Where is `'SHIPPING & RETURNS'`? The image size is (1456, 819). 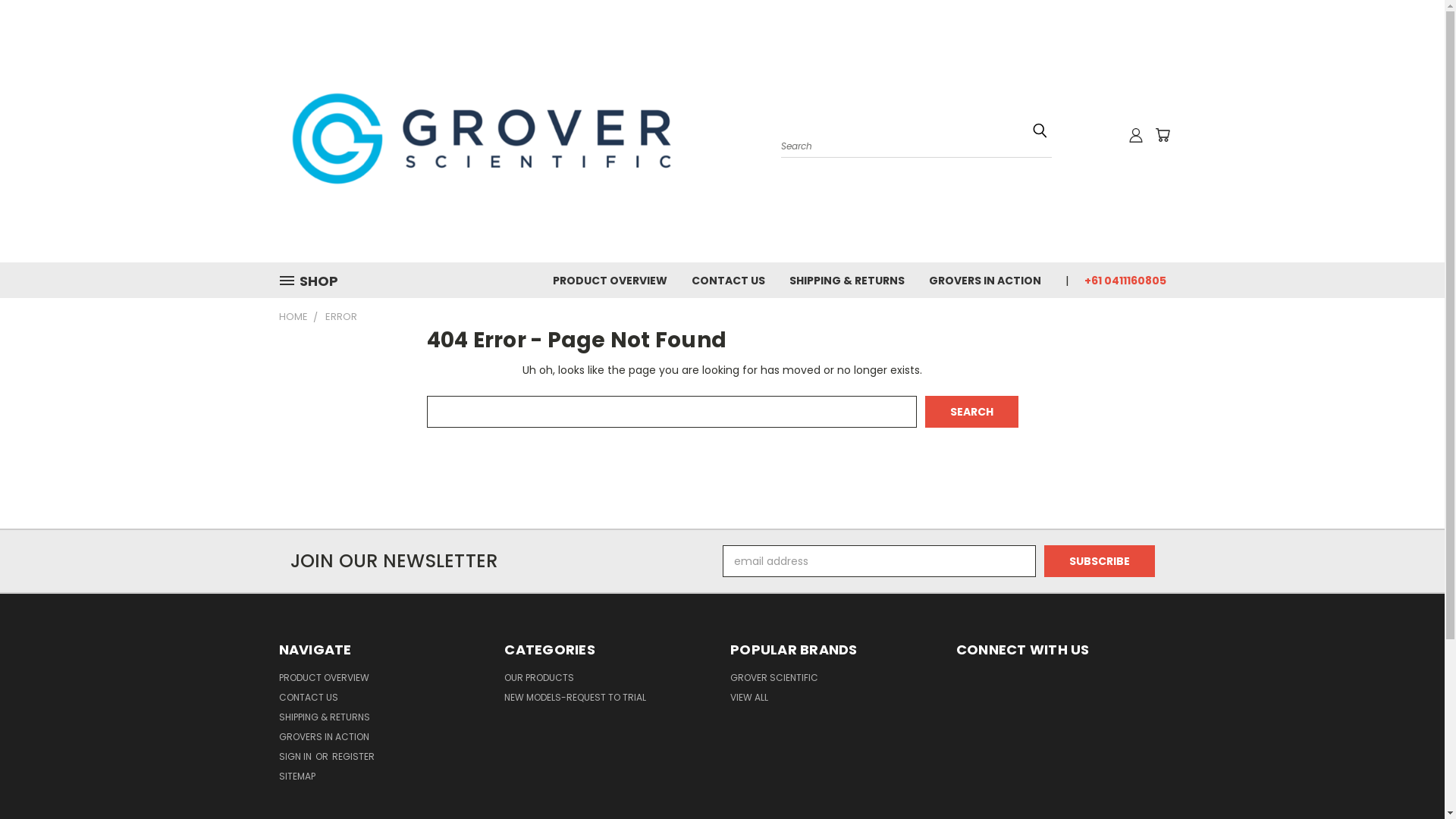 'SHIPPING & RETURNS' is located at coordinates (323, 719).